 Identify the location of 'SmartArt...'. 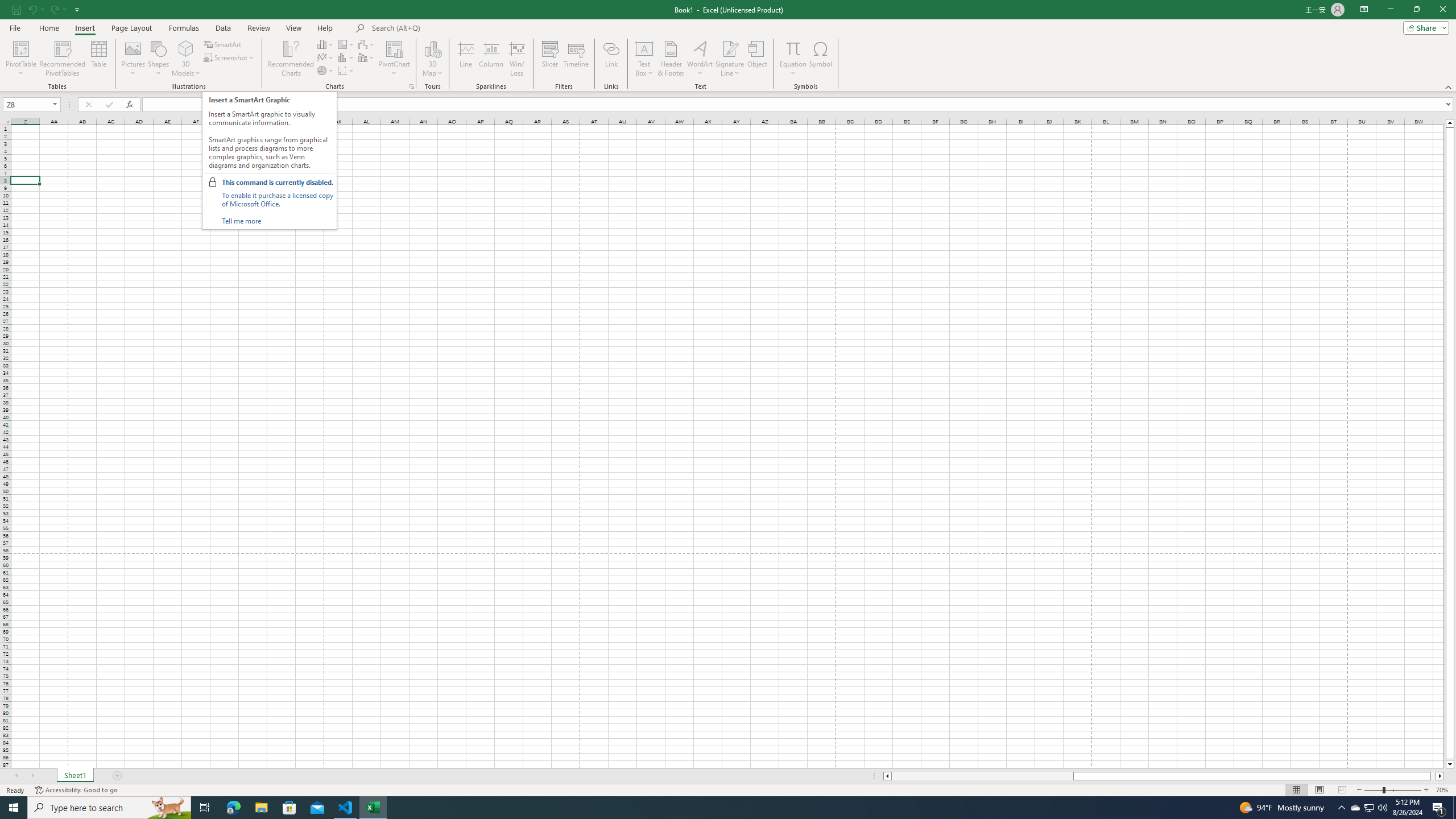
(222, 44).